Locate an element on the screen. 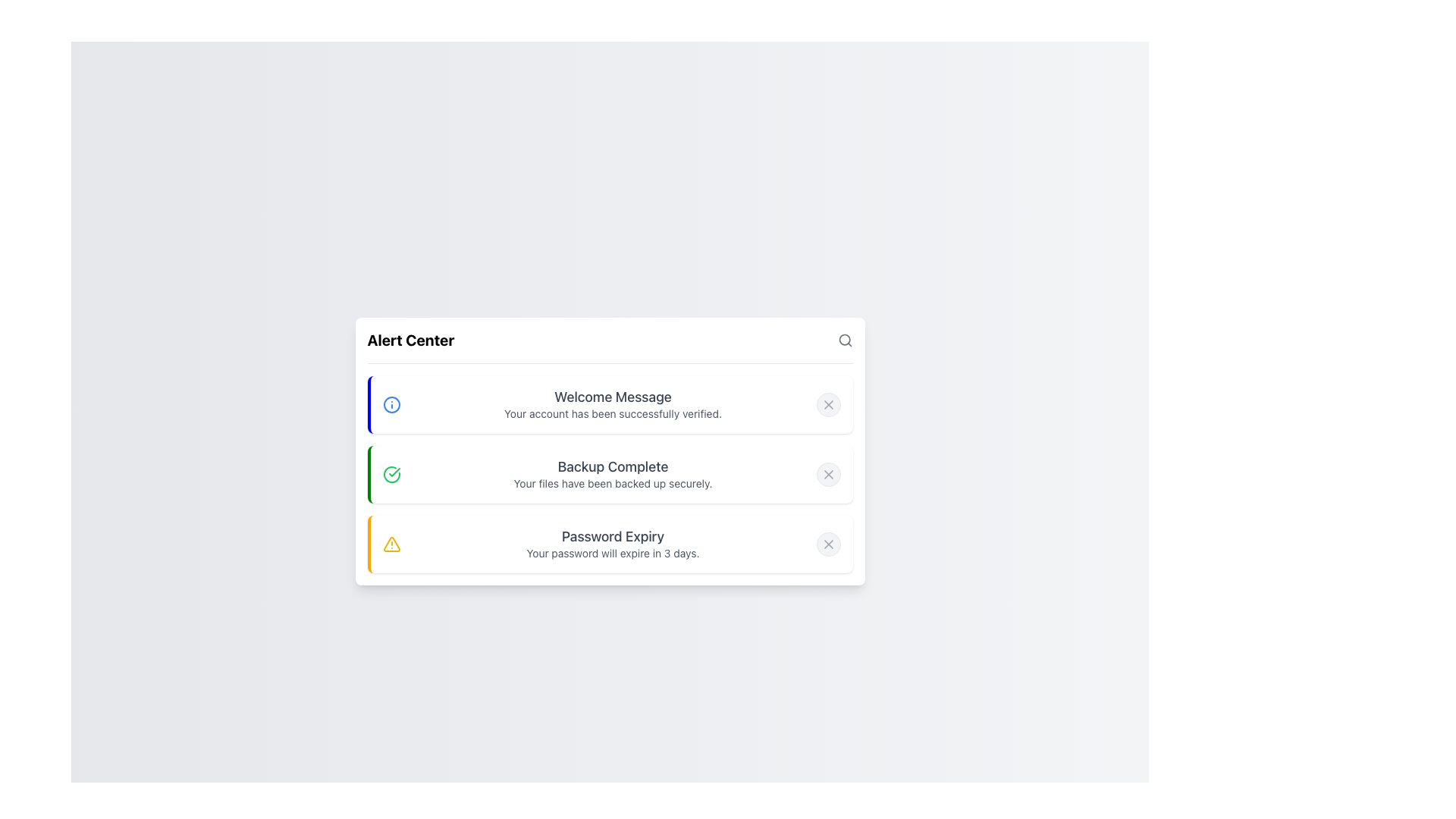  the triangular warning icon in the Password Expiry alert is located at coordinates (391, 543).